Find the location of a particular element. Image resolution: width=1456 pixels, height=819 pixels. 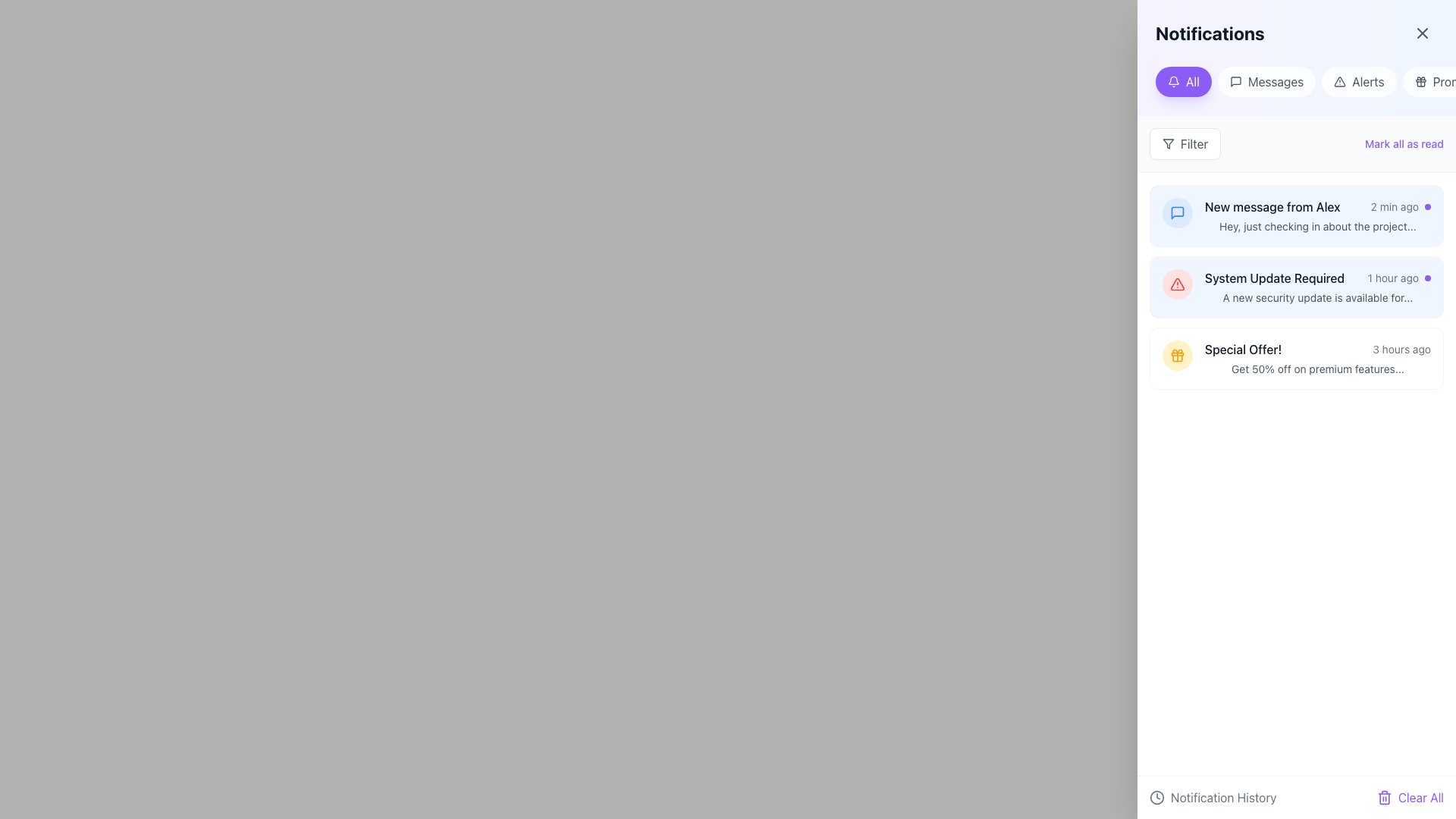

the circular button with a pin icon located in the notification area next to 'New message from Alex' to pin the notification is located at coordinates (1388, 216).